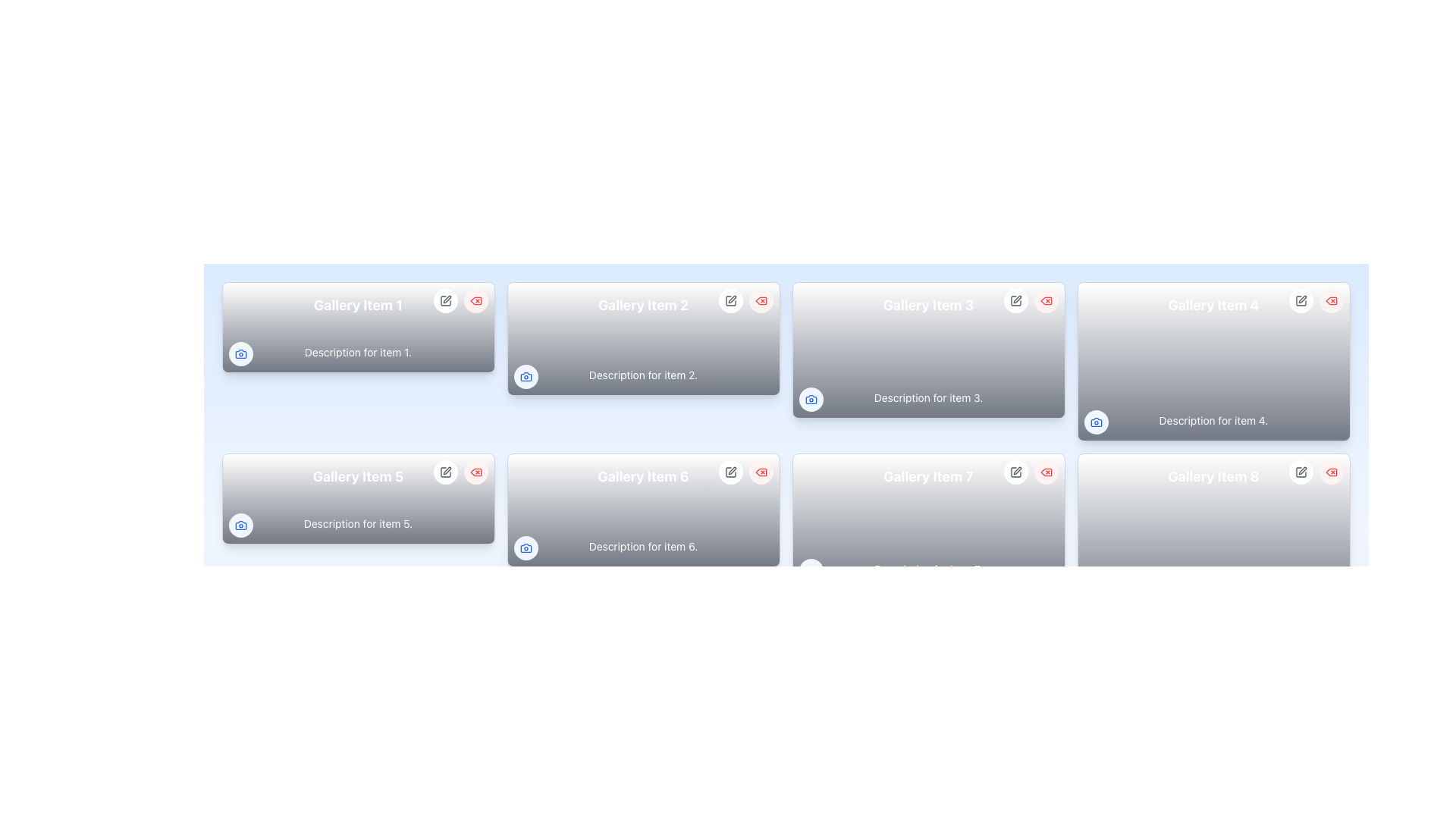  Describe the element at coordinates (444, 472) in the screenshot. I see `the Edit Icon button located at the top-right corner of the Gallery Item 5 card to observe the hover effect` at that location.